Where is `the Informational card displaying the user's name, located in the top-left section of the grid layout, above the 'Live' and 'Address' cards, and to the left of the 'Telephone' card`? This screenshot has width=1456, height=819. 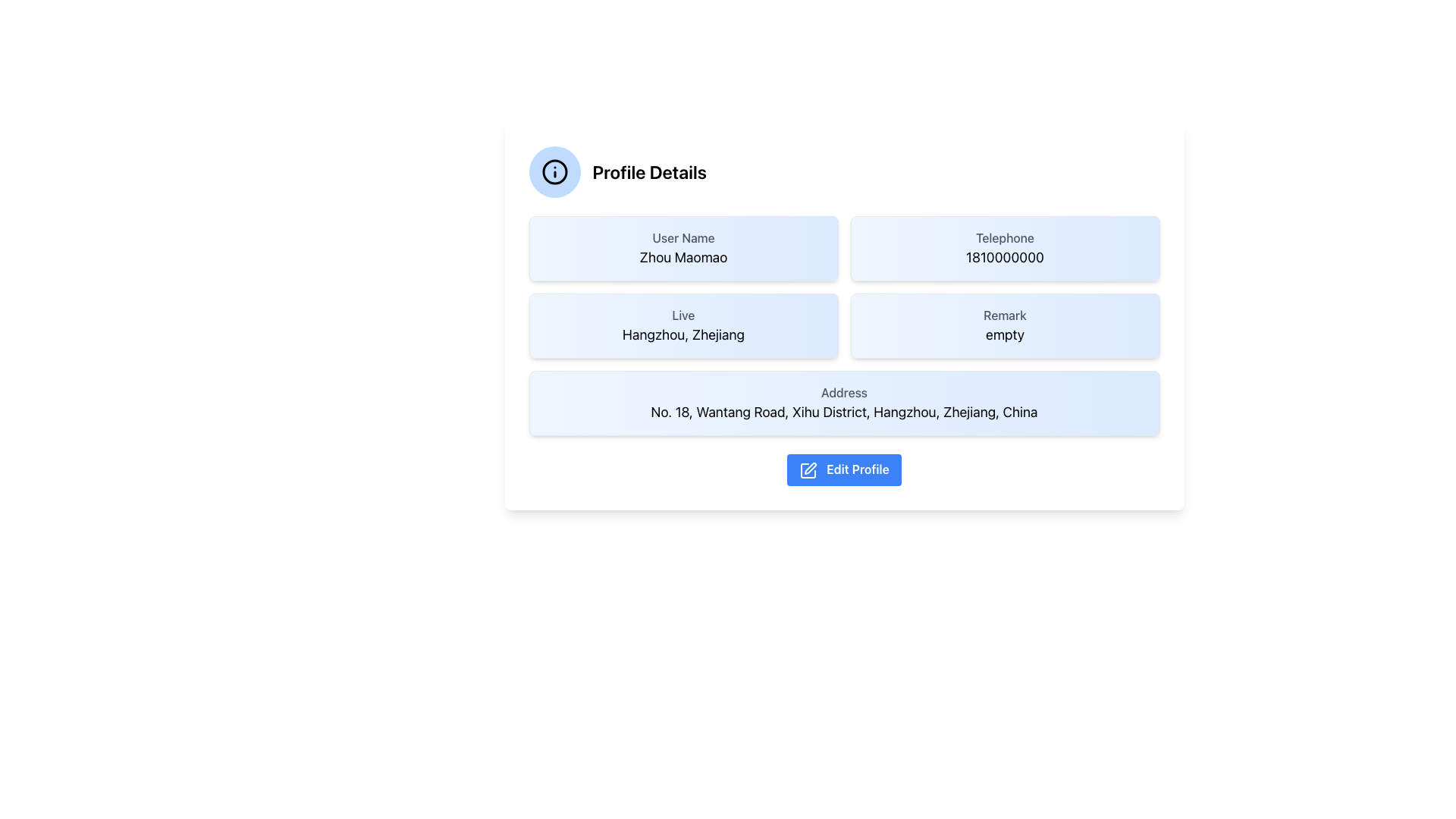
the Informational card displaying the user's name, located in the top-left section of the grid layout, above the 'Live' and 'Address' cards, and to the left of the 'Telephone' card is located at coordinates (682, 247).